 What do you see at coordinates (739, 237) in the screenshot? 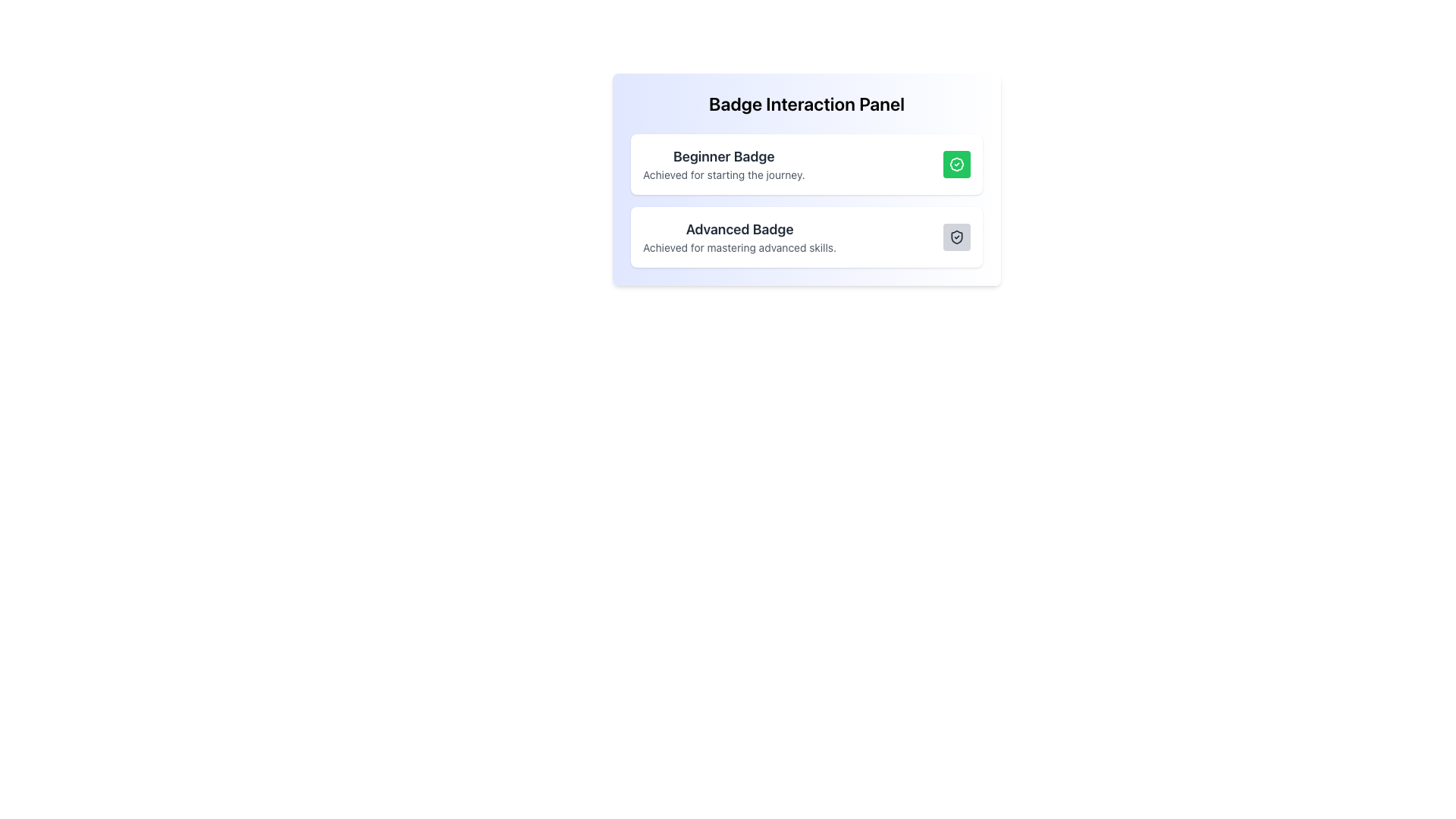
I see `the text block that describes the 'Advanced Badge' located within the lower card of the 'Badge Interaction Panel.'` at bounding box center [739, 237].